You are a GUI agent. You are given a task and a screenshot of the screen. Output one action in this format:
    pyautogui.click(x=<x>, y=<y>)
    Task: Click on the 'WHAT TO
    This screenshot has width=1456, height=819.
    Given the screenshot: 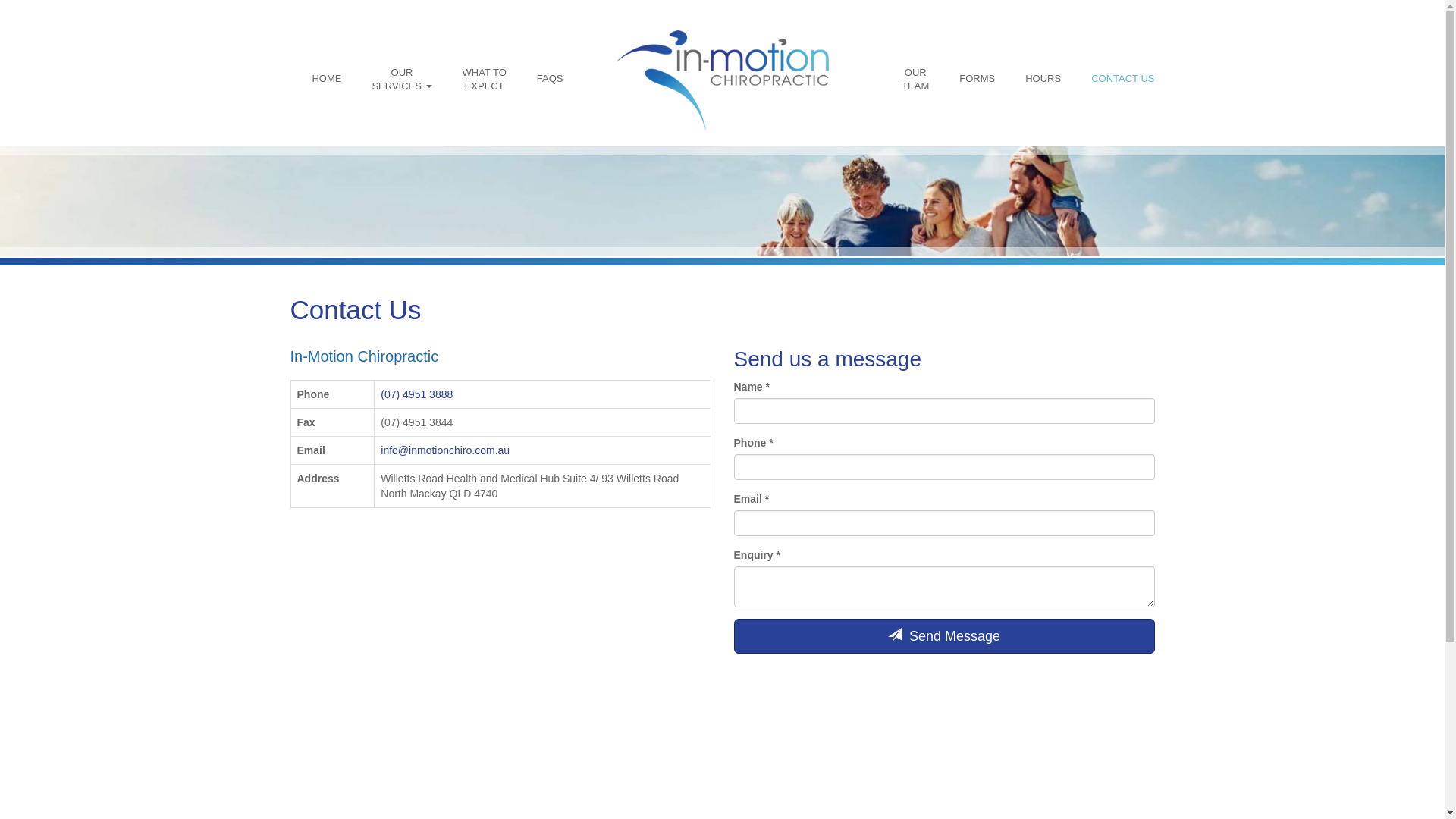 What is the action you would take?
    pyautogui.click(x=483, y=79)
    